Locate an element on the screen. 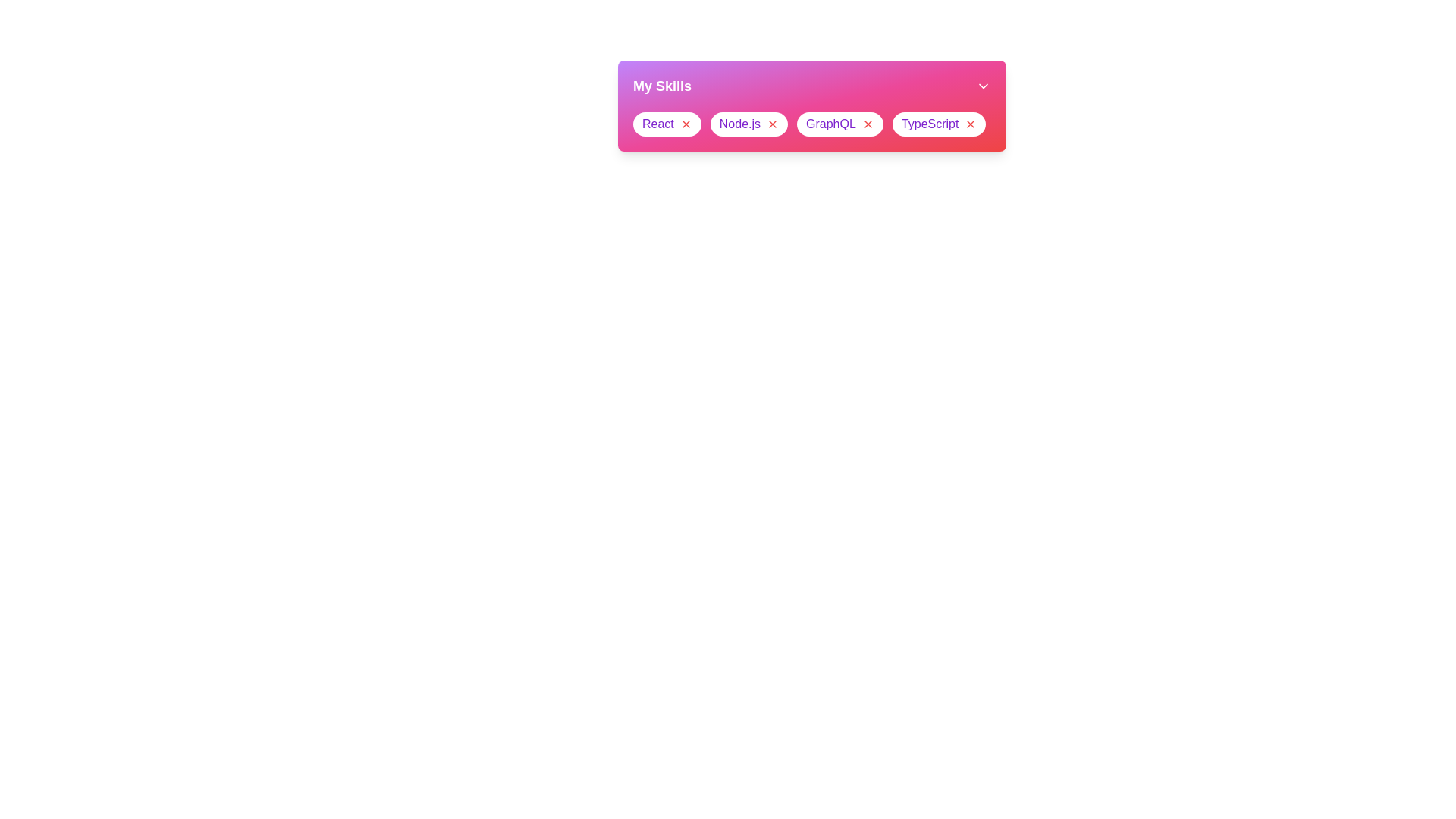  the skill text Node.js to focus or select it is located at coordinates (739, 124).